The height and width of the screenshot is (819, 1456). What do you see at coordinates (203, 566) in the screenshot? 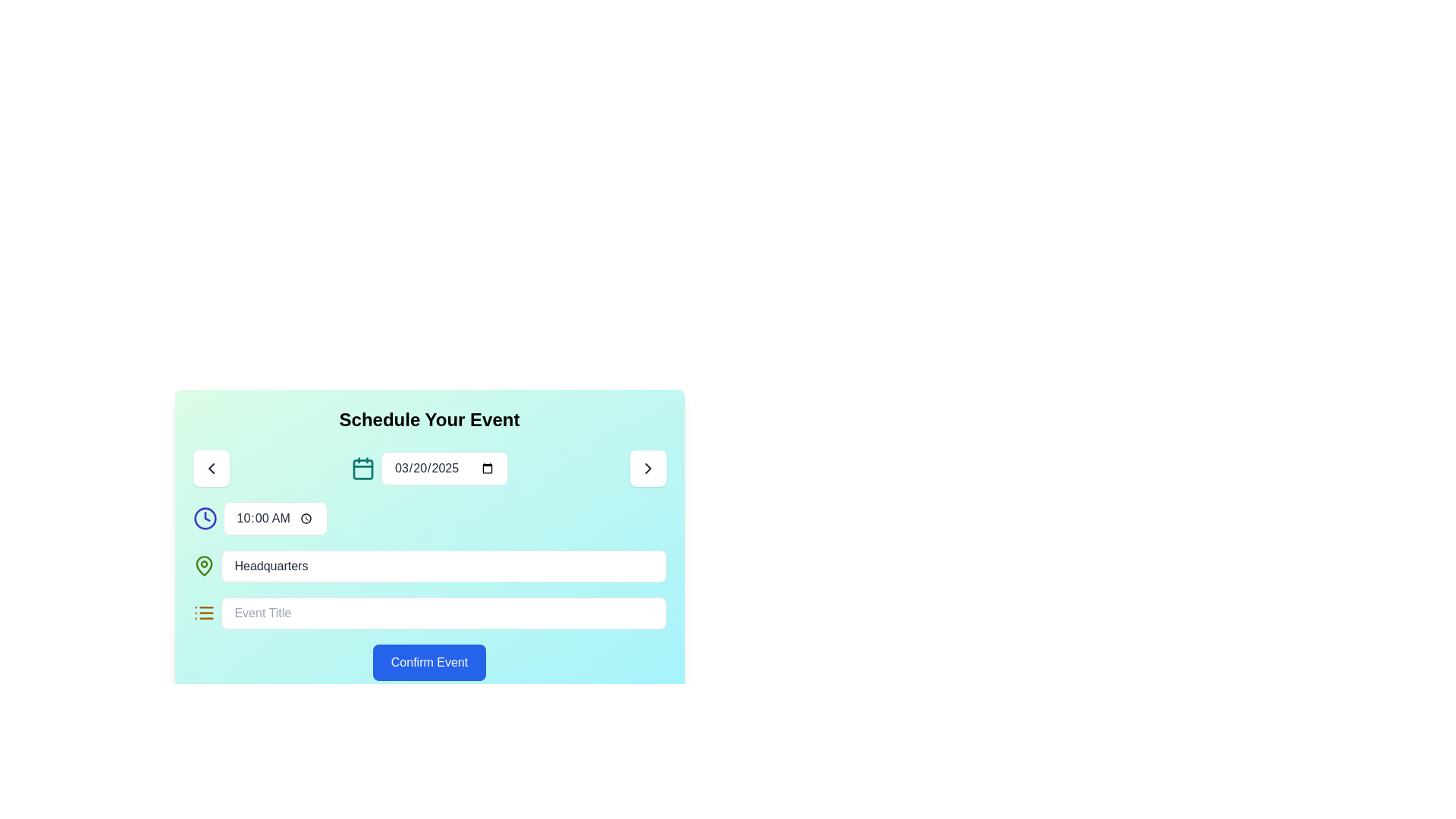
I see `the input field labeled 'Headquarters' by clicking on the location icon positioned to the left of it` at bounding box center [203, 566].